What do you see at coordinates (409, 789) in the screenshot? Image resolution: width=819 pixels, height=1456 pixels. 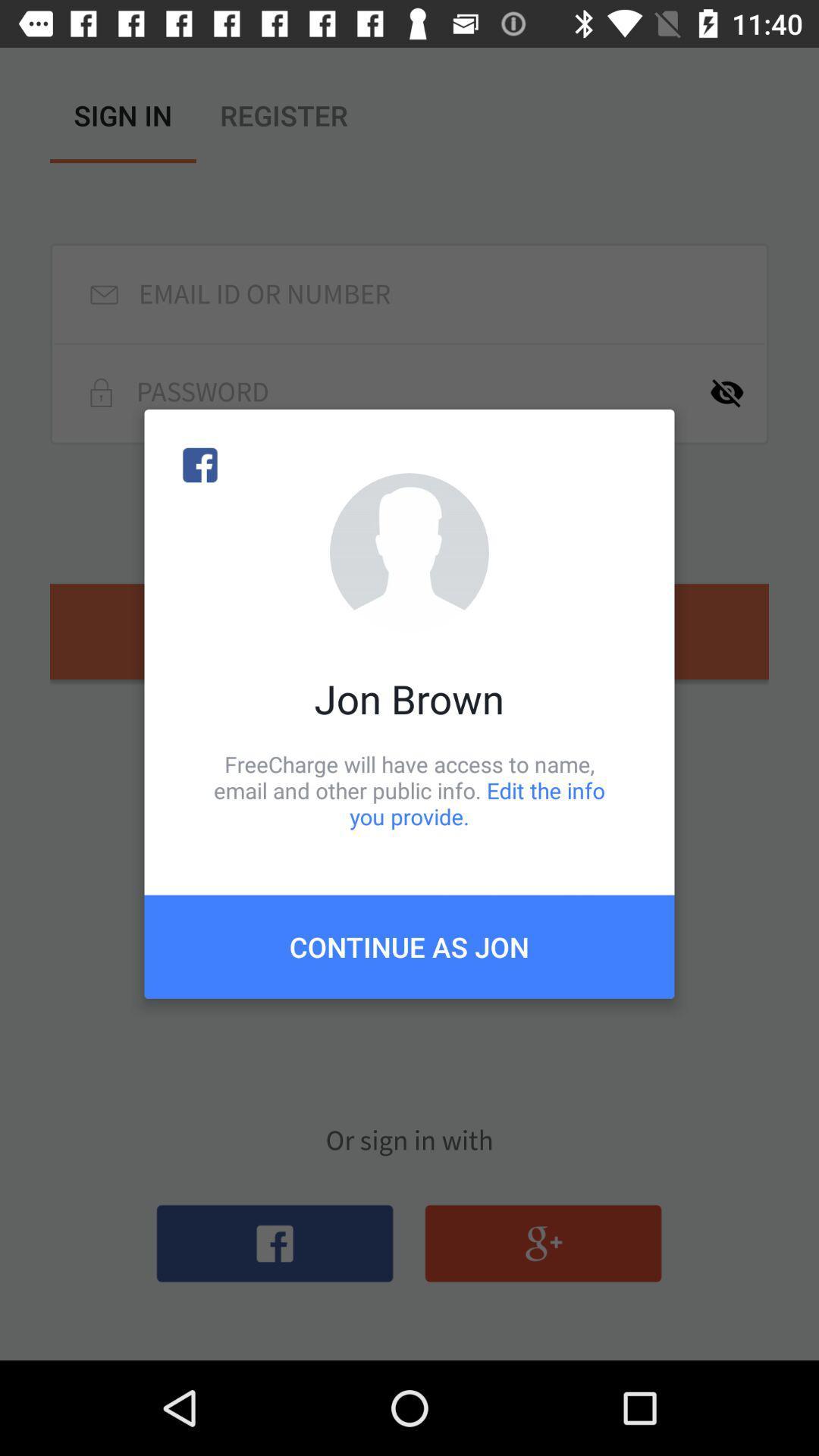 I see `icon above the continue as jon icon` at bounding box center [409, 789].